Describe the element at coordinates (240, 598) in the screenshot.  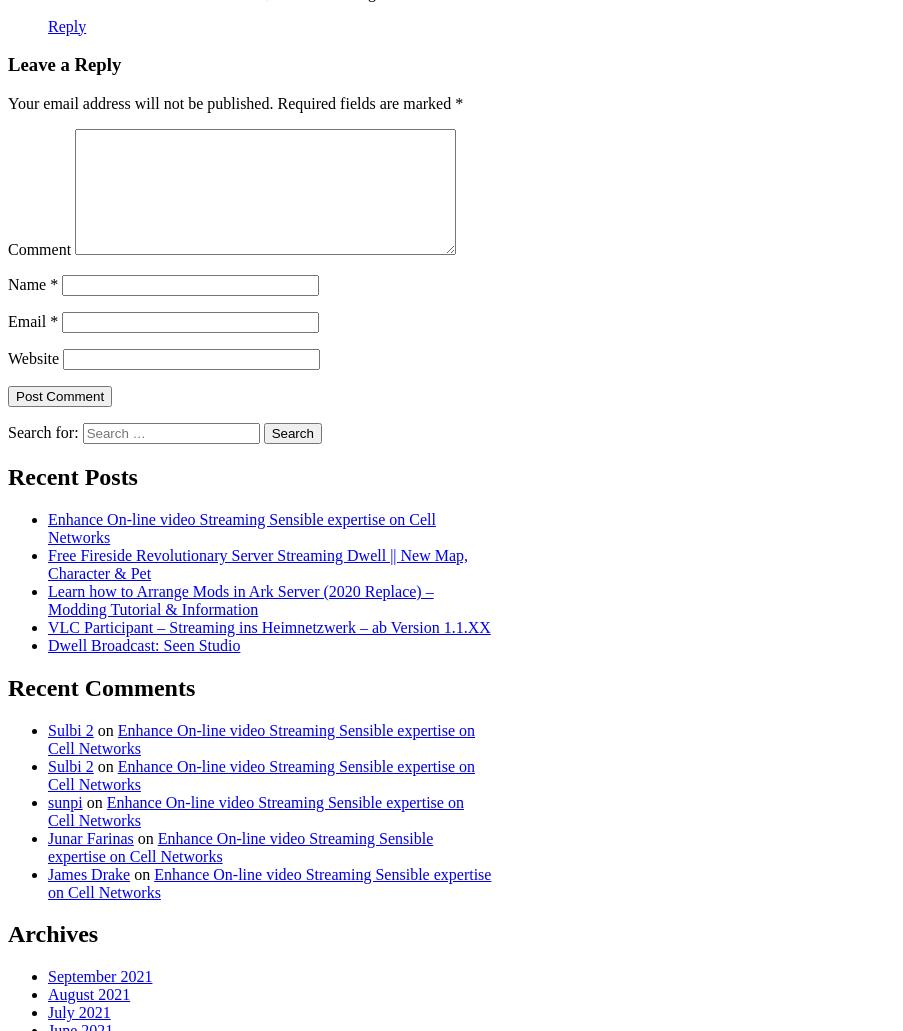
I see `'Learn how to Arrange Mods in Ark Server (2020 Replace) – Modding Tutorial & Information'` at that location.